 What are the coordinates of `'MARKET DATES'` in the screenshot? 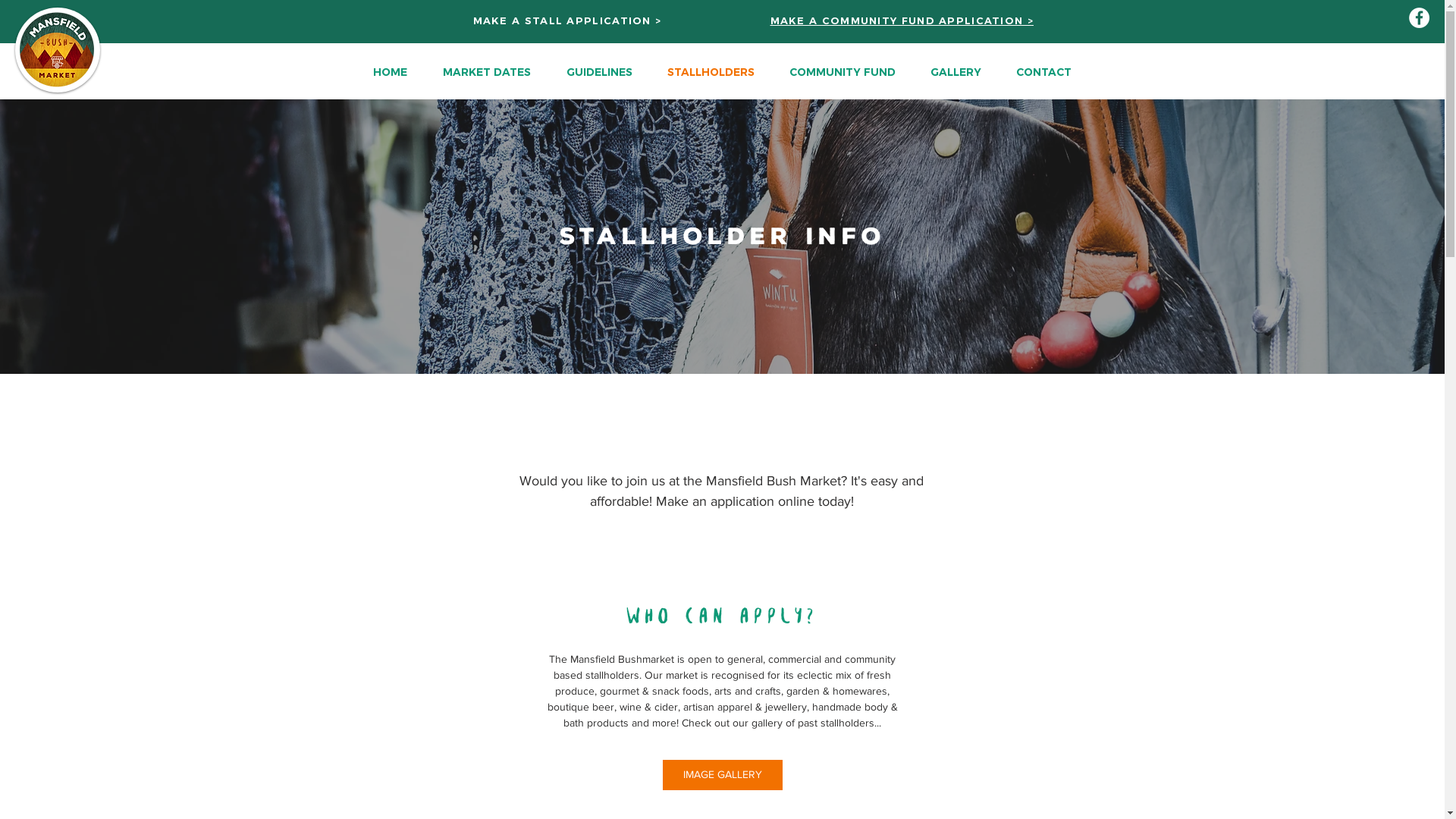 It's located at (486, 71).